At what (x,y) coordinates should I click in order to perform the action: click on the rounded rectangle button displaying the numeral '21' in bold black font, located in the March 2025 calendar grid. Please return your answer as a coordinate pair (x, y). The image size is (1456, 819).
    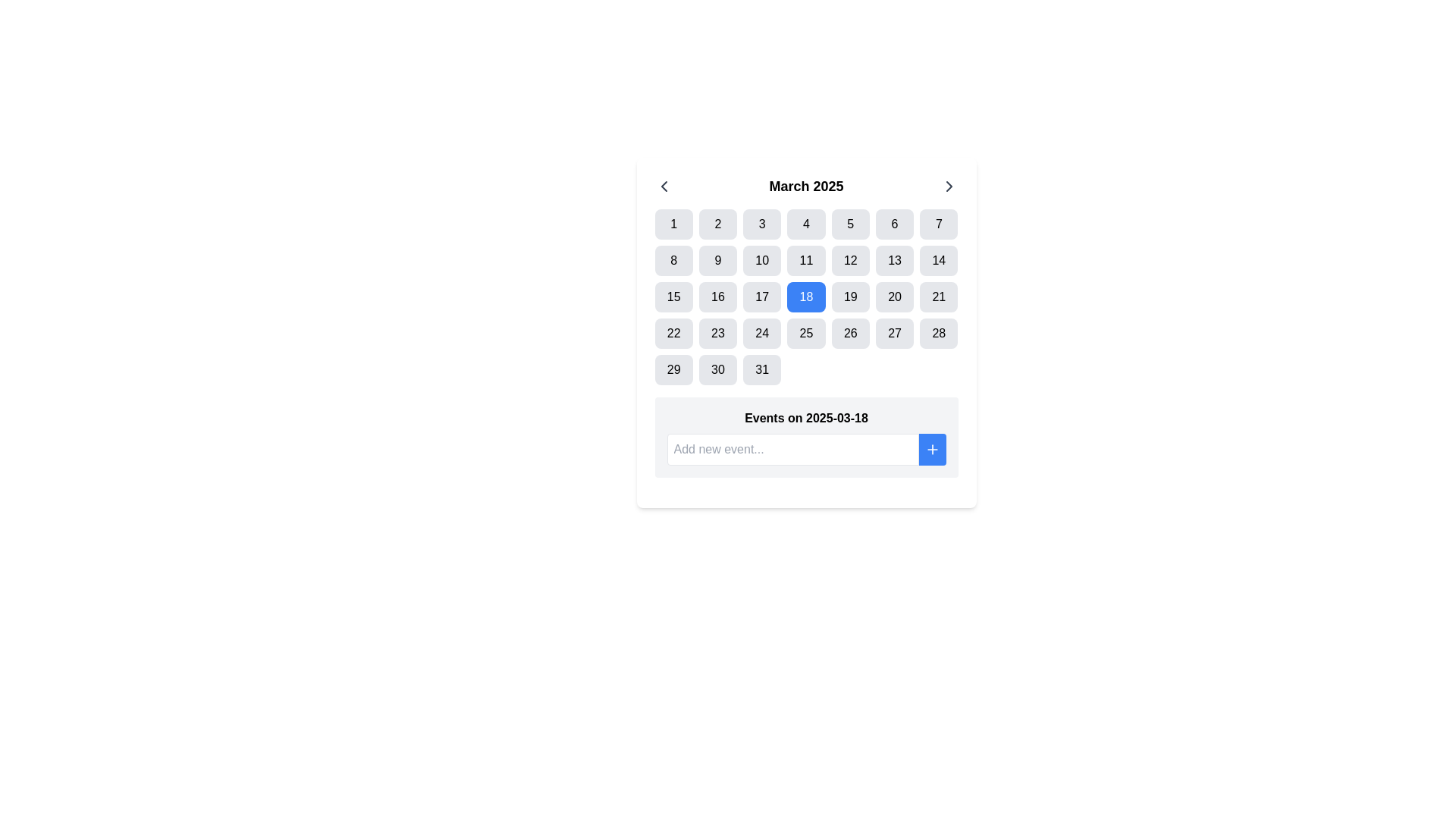
    Looking at the image, I should click on (938, 297).